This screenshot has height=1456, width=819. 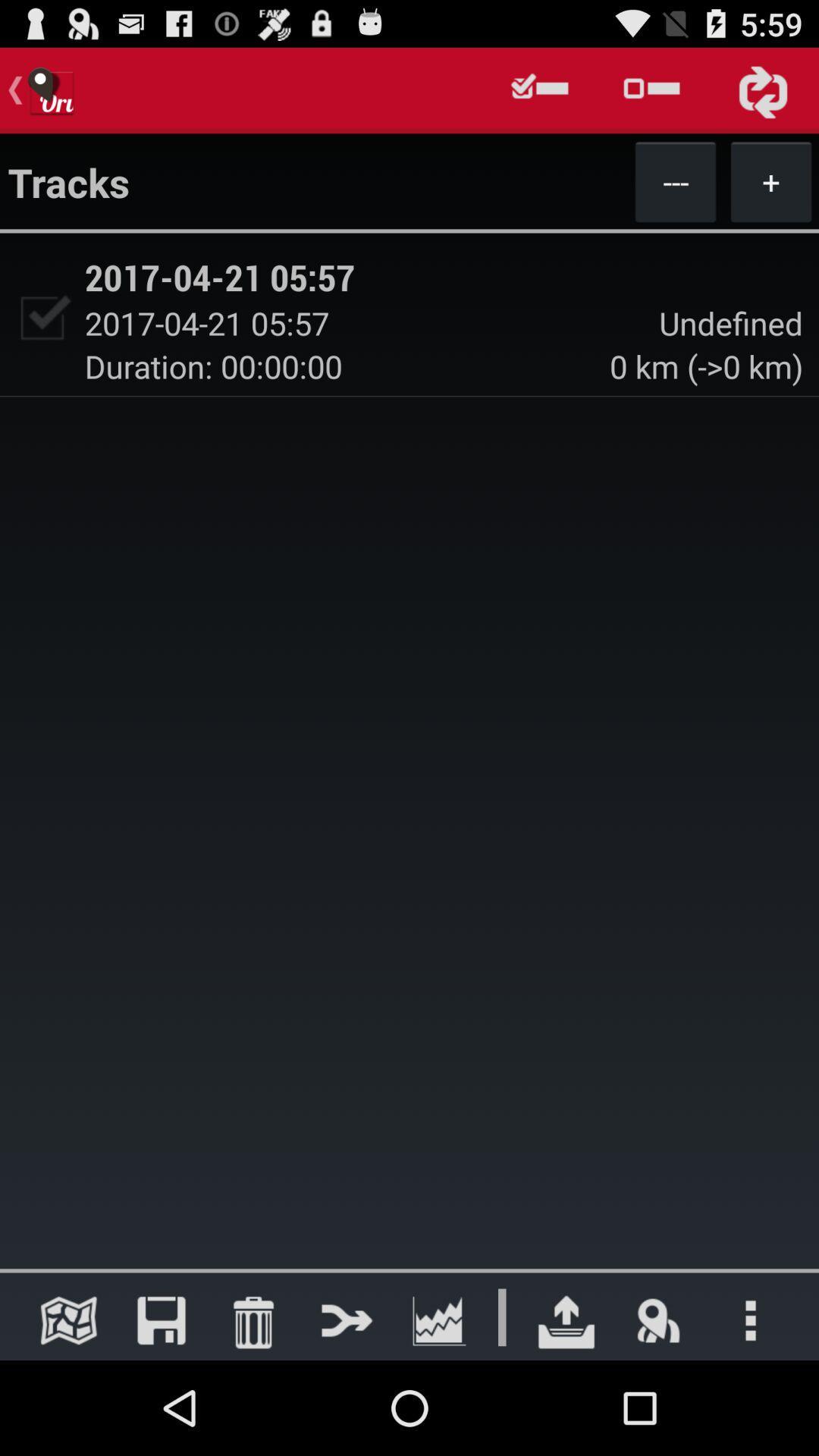 I want to click on the + item, so click(x=771, y=181).